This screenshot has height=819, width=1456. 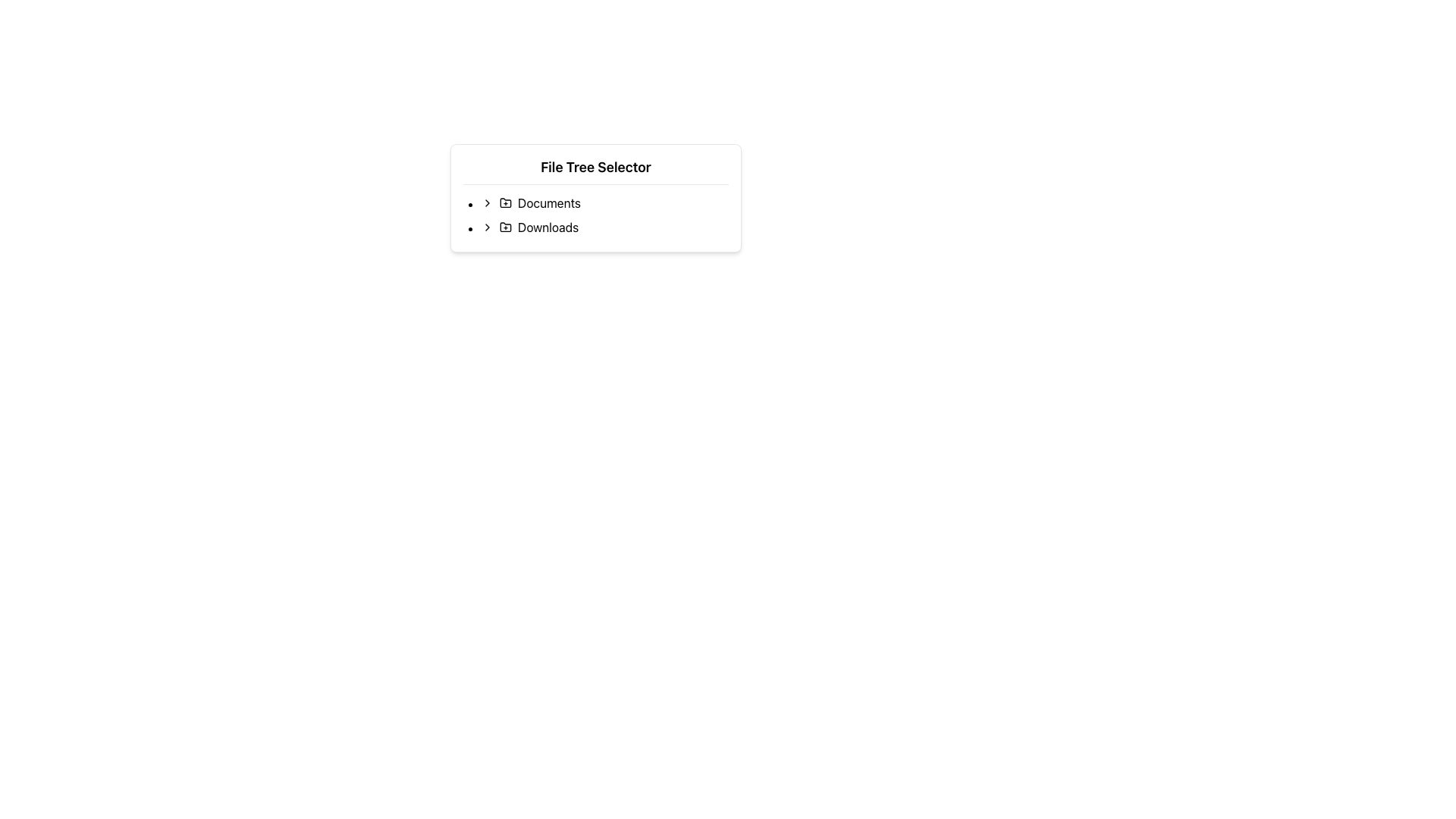 I want to click on the second item in the file tree structure, labeled 'Downloads', so click(x=604, y=227).